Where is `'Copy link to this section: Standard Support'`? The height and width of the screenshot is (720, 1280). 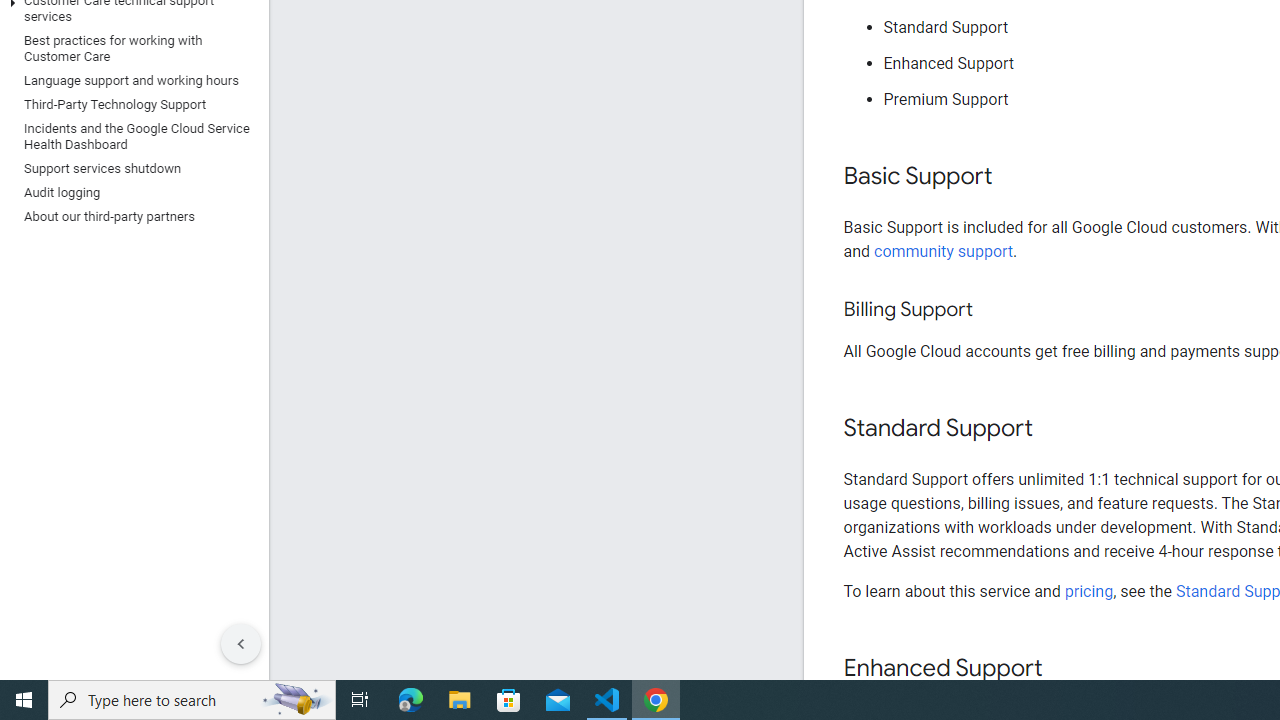 'Copy link to this section: Standard Support' is located at coordinates (1052, 428).